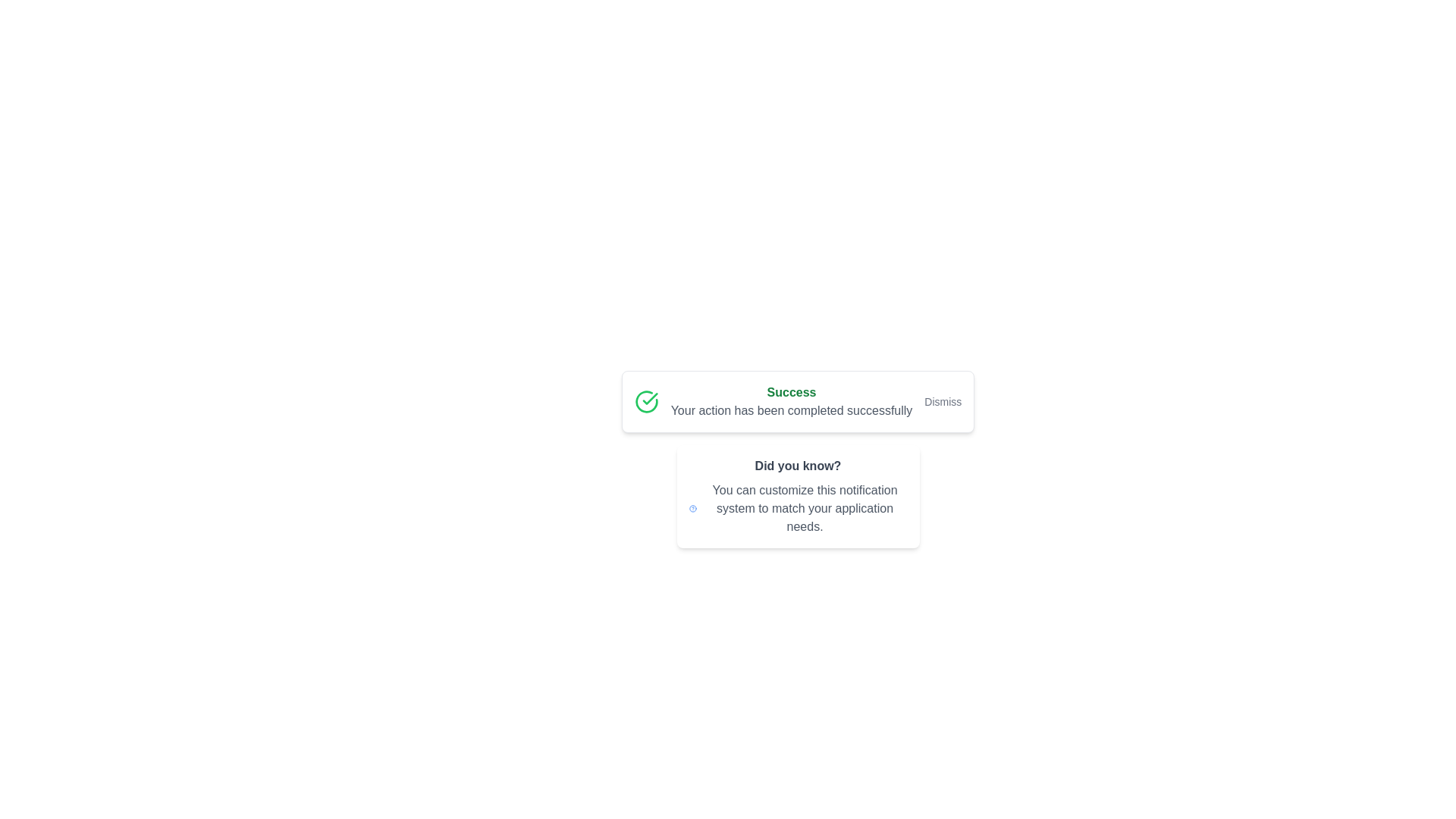 This screenshot has width=1456, height=819. Describe the element at coordinates (790, 411) in the screenshot. I see `text label displaying the message 'Your action has been completed successfully', which is styled with a gray-colored font and is positioned below the 'Success' label in the notification card` at that location.